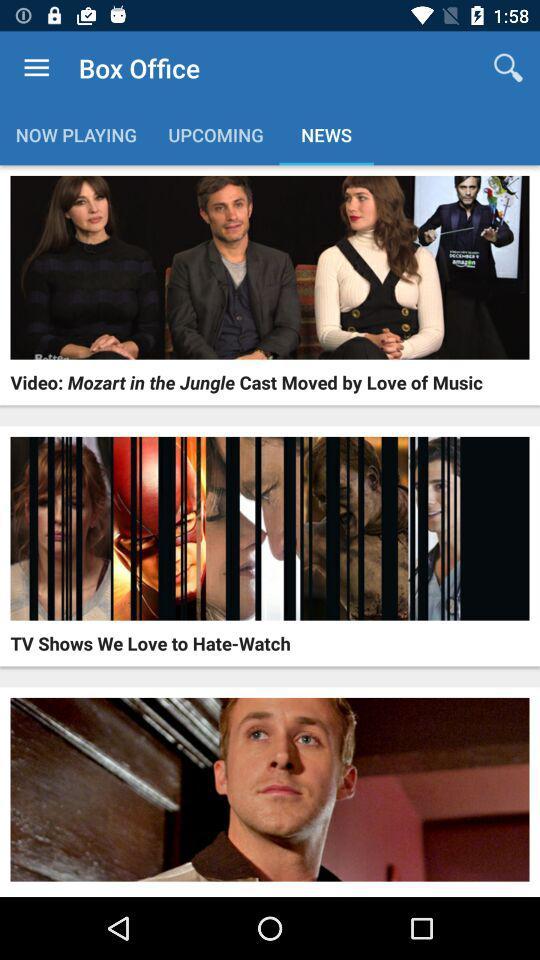  What do you see at coordinates (36, 68) in the screenshot?
I see `icon next to the box office item` at bounding box center [36, 68].